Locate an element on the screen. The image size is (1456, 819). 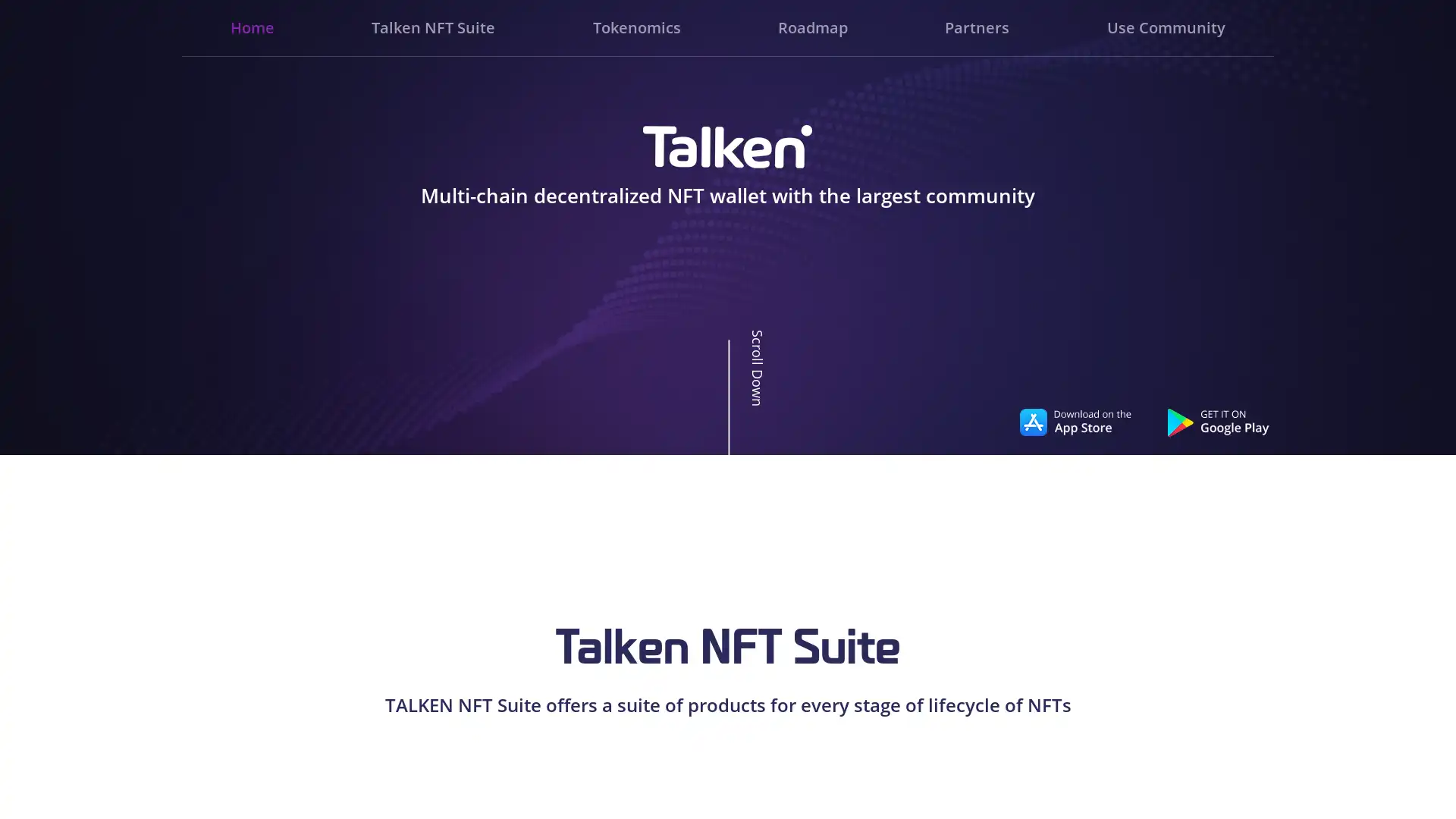
Go to slide 1 is located at coordinates (237, 643).